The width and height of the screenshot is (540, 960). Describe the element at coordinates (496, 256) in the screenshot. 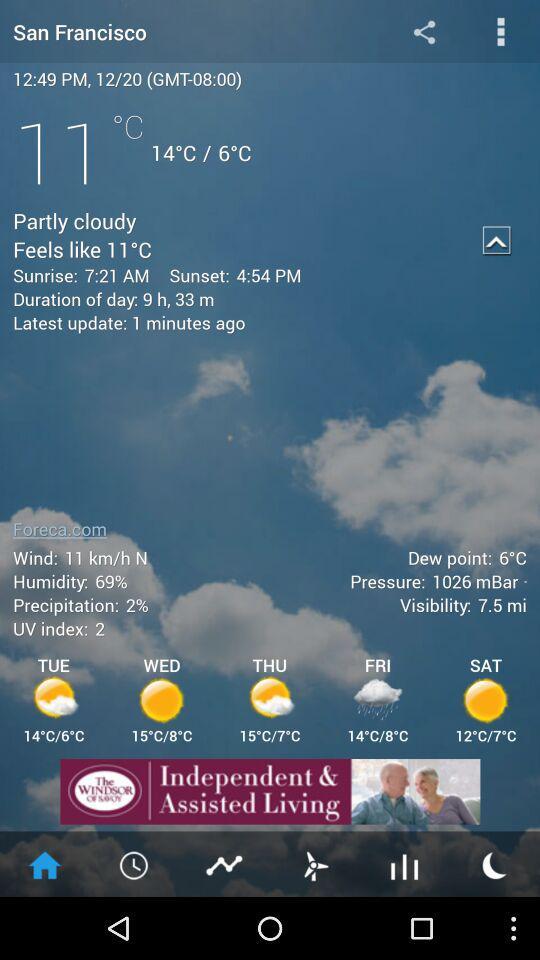

I see `the expand_less icon` at that location.